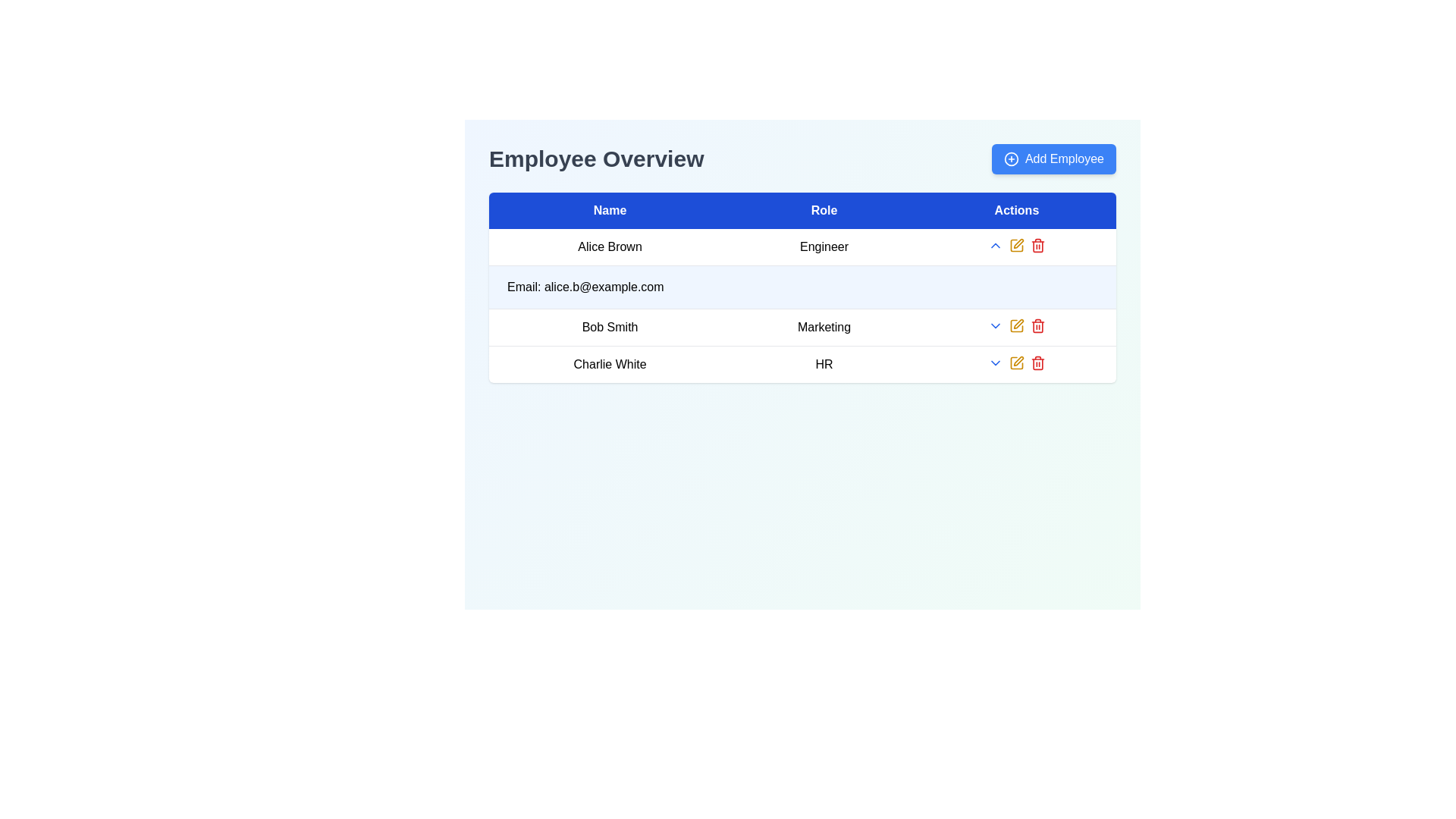 This screenshot has height=819, width=1456. What do you see at coordinates (610, 327) in the screenshot?
I see `the Text label displaying 'Bob Smith', which is located under the 'Name' column in the second row of the table` at bounding box center [610, 327].